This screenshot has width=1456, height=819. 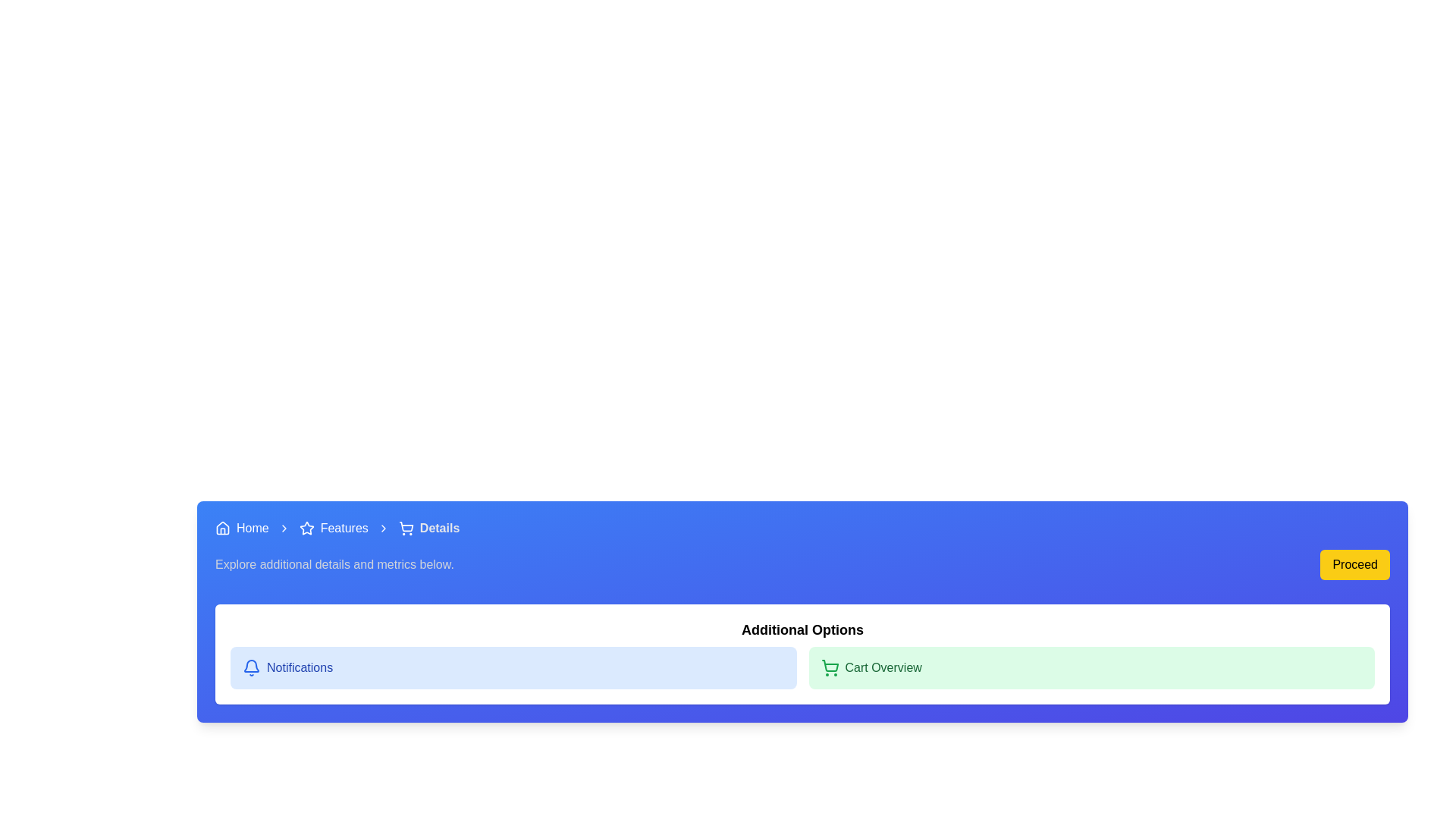 I want to click on the star icon that visually indicates the 'Features' navigation item, which is positioned adjacent to the text label 'Features' in the horizontal navigation bar, so click(x=306, y=528).